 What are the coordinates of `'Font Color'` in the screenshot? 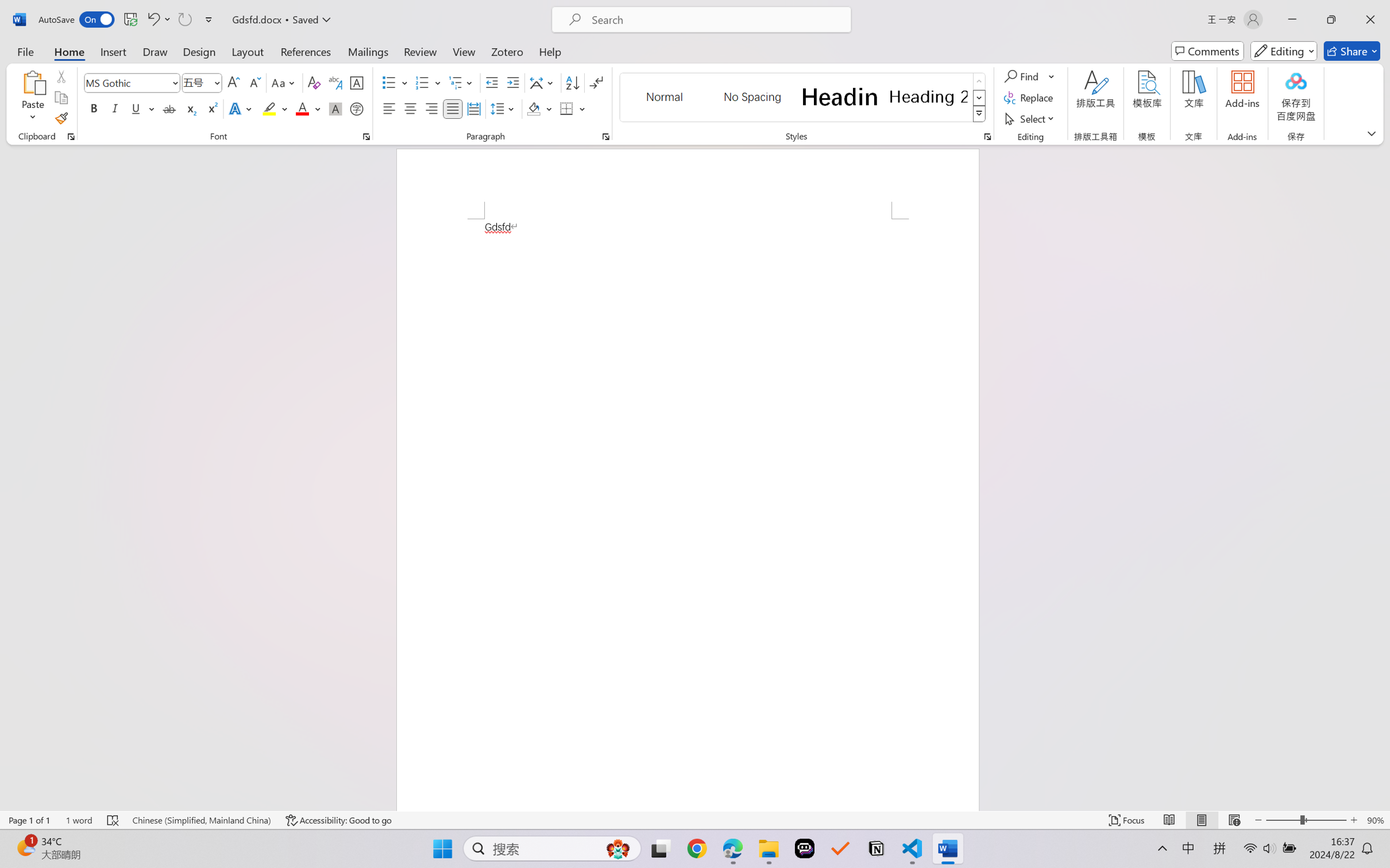 It's located at (308, 108).